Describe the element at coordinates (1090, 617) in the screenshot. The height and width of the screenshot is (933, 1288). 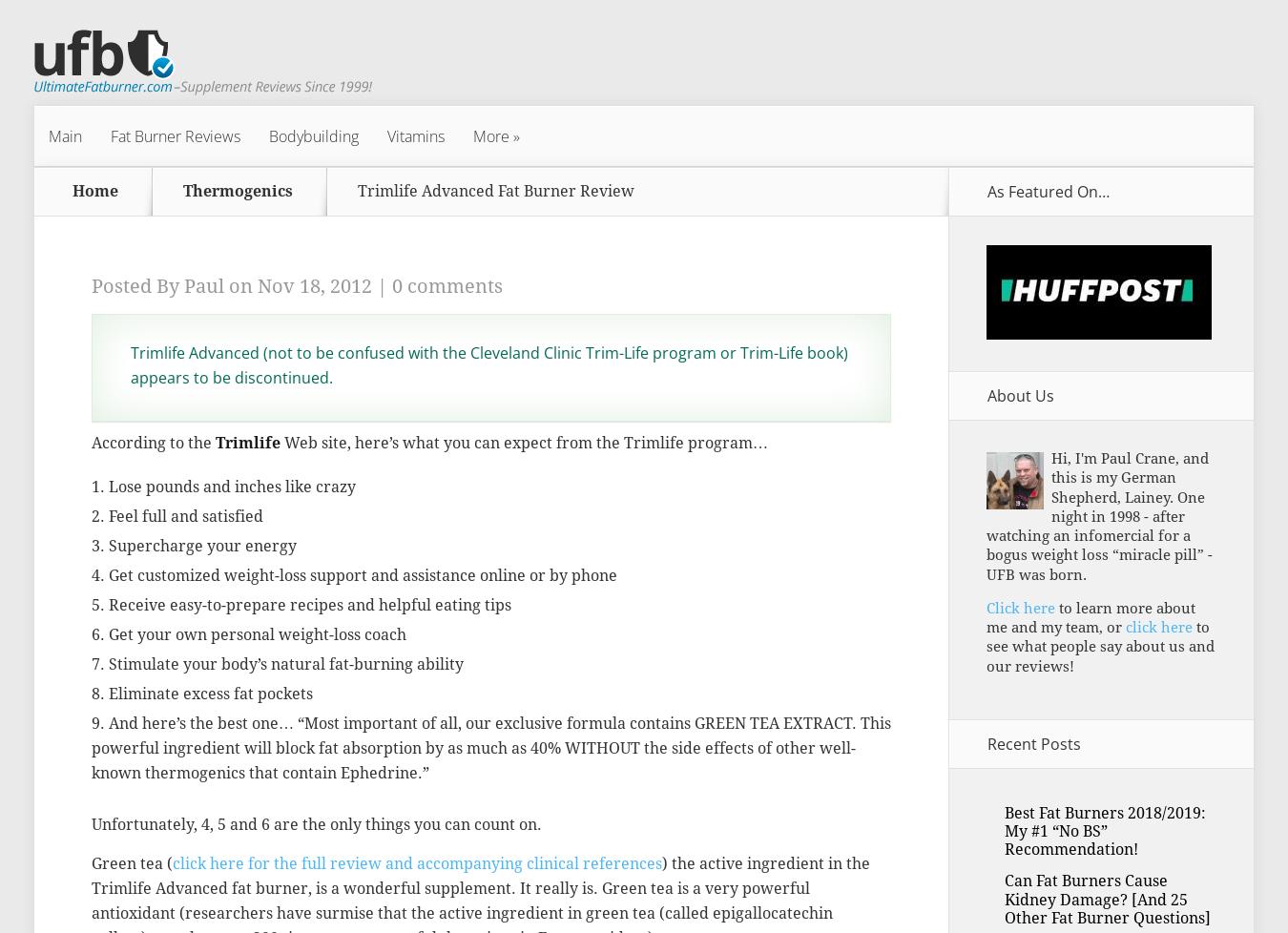
I see `'to learn more about me and my team, or'` at that location.